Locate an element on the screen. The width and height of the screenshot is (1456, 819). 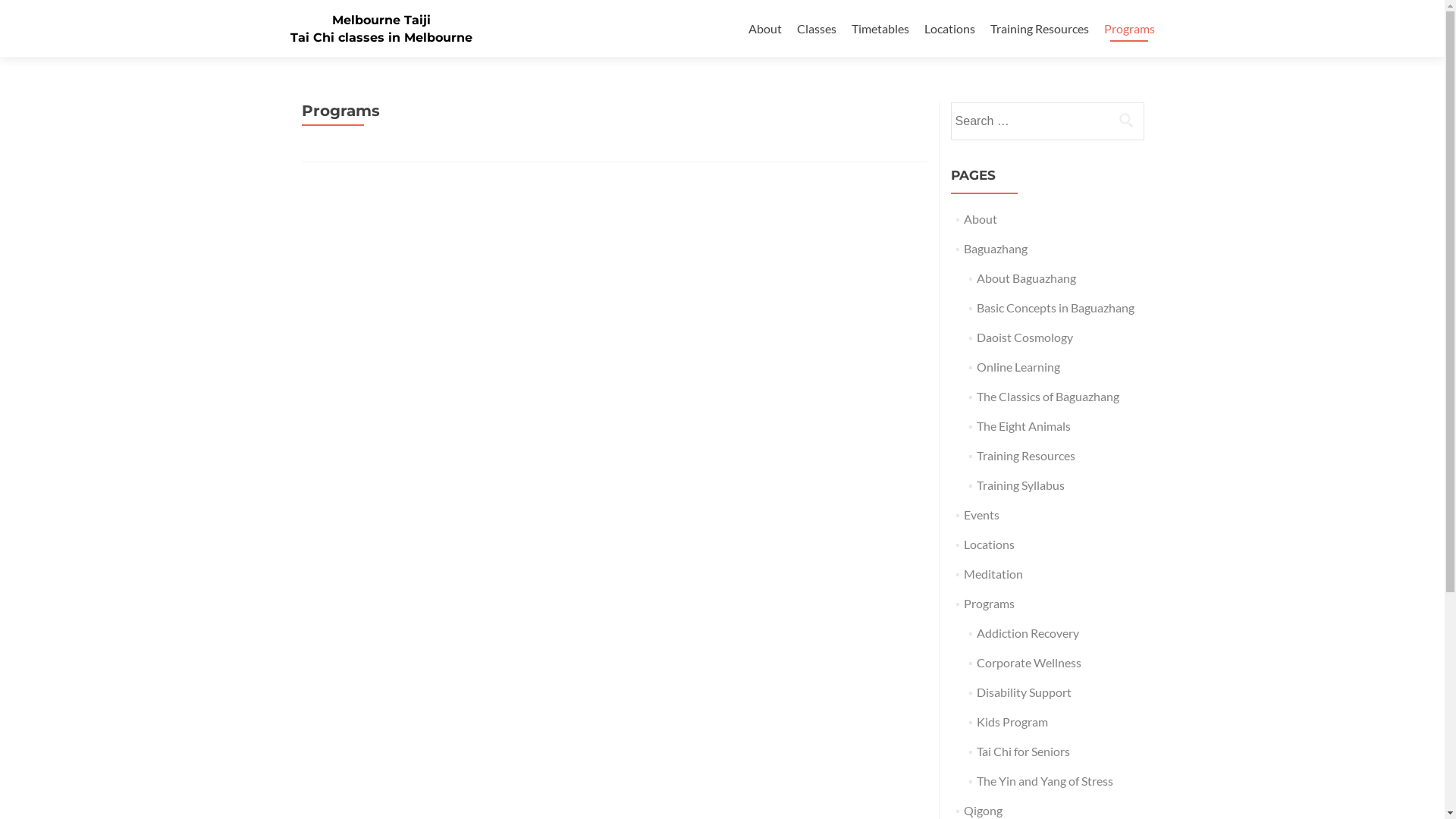
'Tai Chi classes in Melbourne' is located at coordinates (290, 36).